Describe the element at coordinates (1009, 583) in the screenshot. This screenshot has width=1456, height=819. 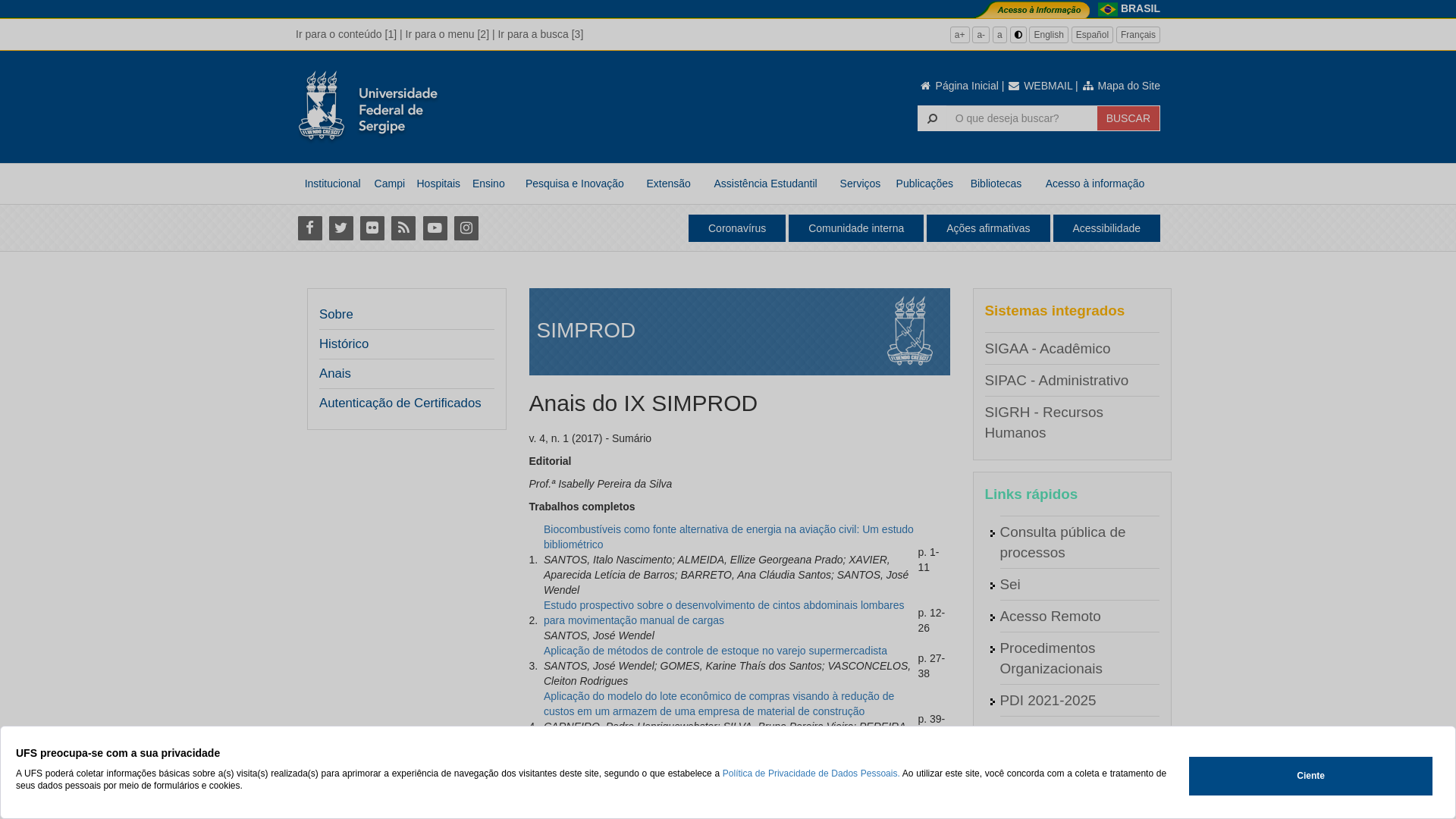
I see `'Sei'` at that location.